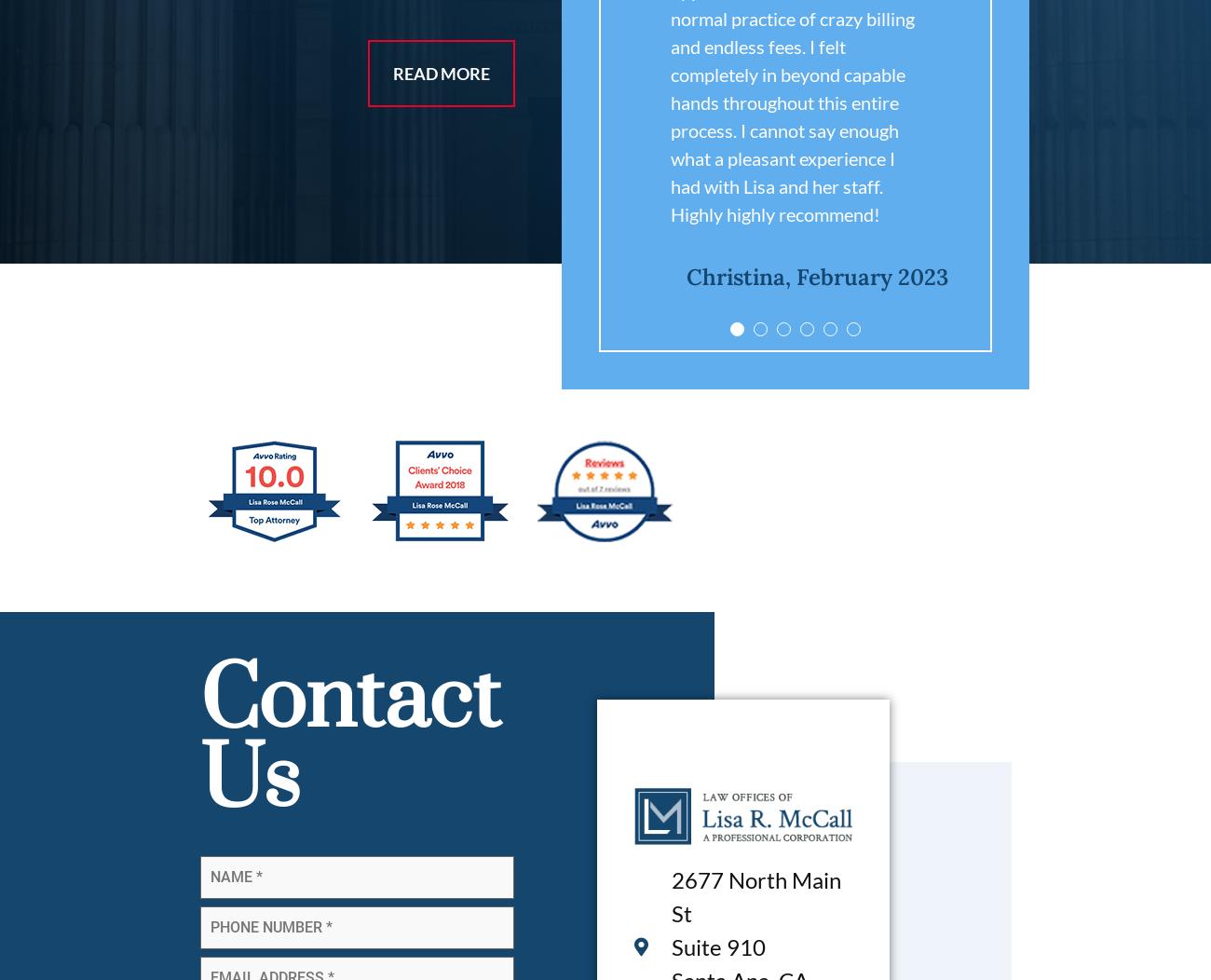 This screenshot has width=1211, height=980. What do you see at coordinates (907, 333) in the screenshot?
I see `'2'` at bounding box center [907, 333].